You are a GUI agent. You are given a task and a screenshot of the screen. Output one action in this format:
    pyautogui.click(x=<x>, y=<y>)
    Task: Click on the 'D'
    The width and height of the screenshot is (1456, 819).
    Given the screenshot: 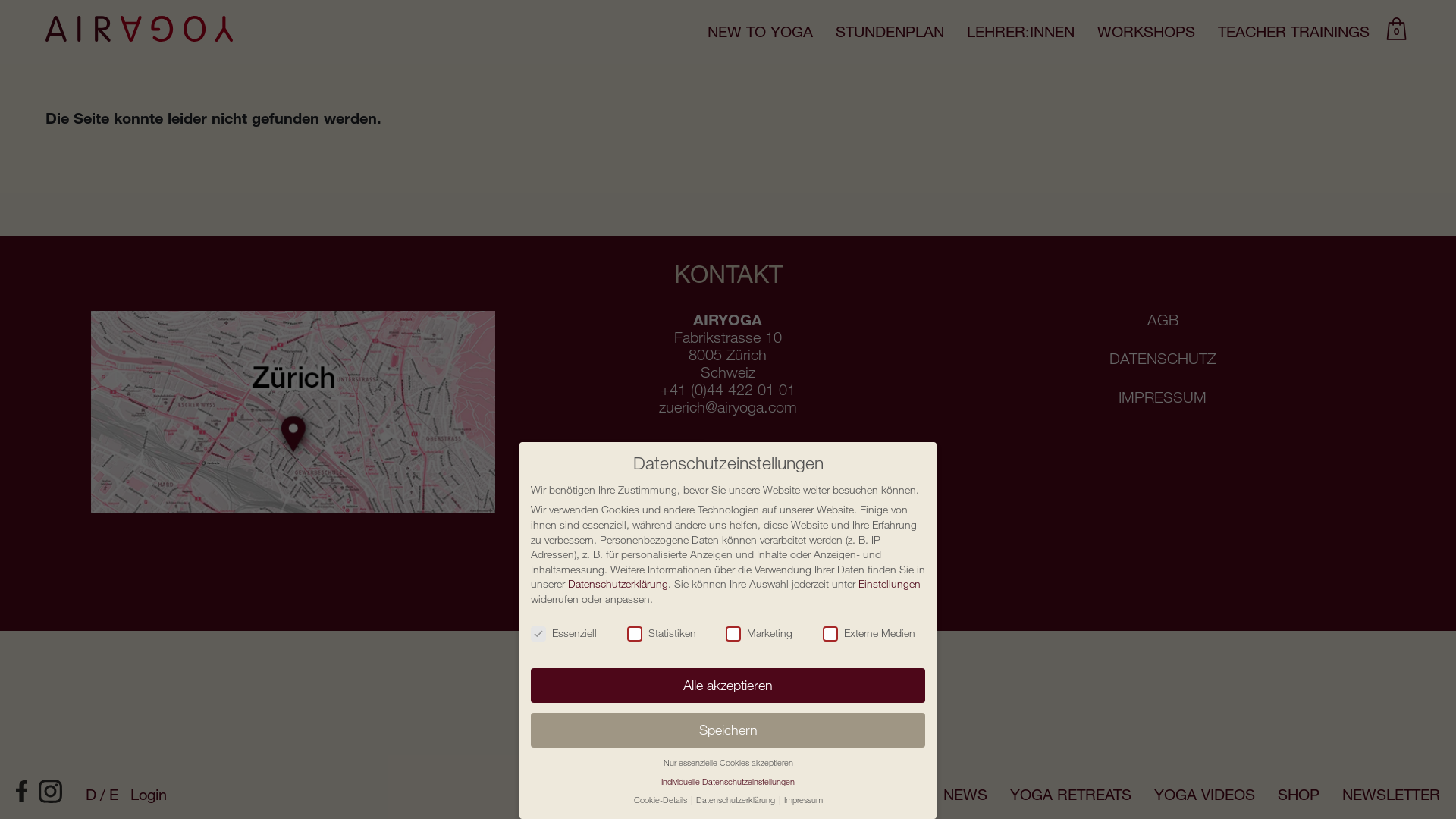 What is the action you would take?
    pyautogui.click(x=96, y=792)
    